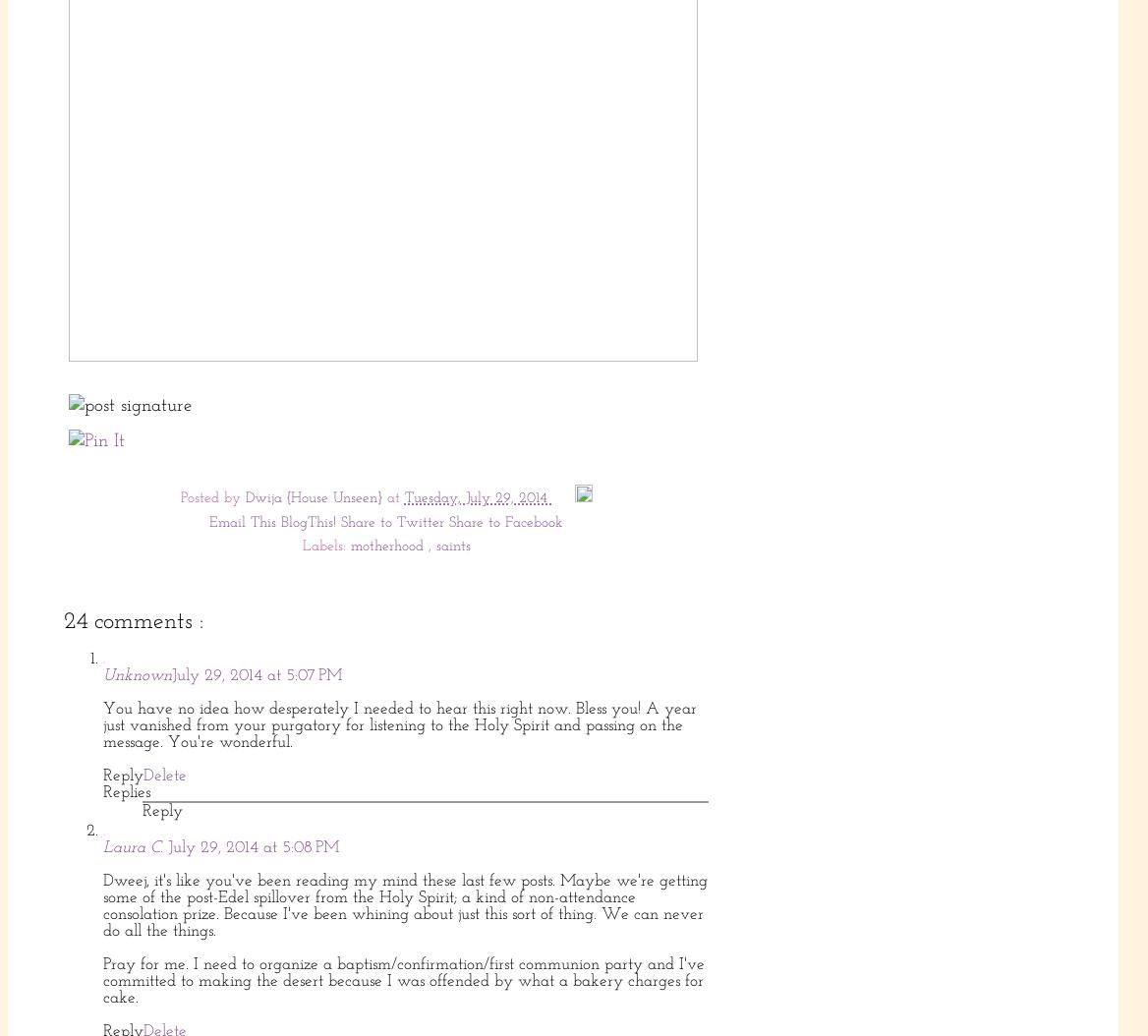 This screenshot has width=1148, height=1036. I want to click on 'Share to Twitter', so click(341, 522).